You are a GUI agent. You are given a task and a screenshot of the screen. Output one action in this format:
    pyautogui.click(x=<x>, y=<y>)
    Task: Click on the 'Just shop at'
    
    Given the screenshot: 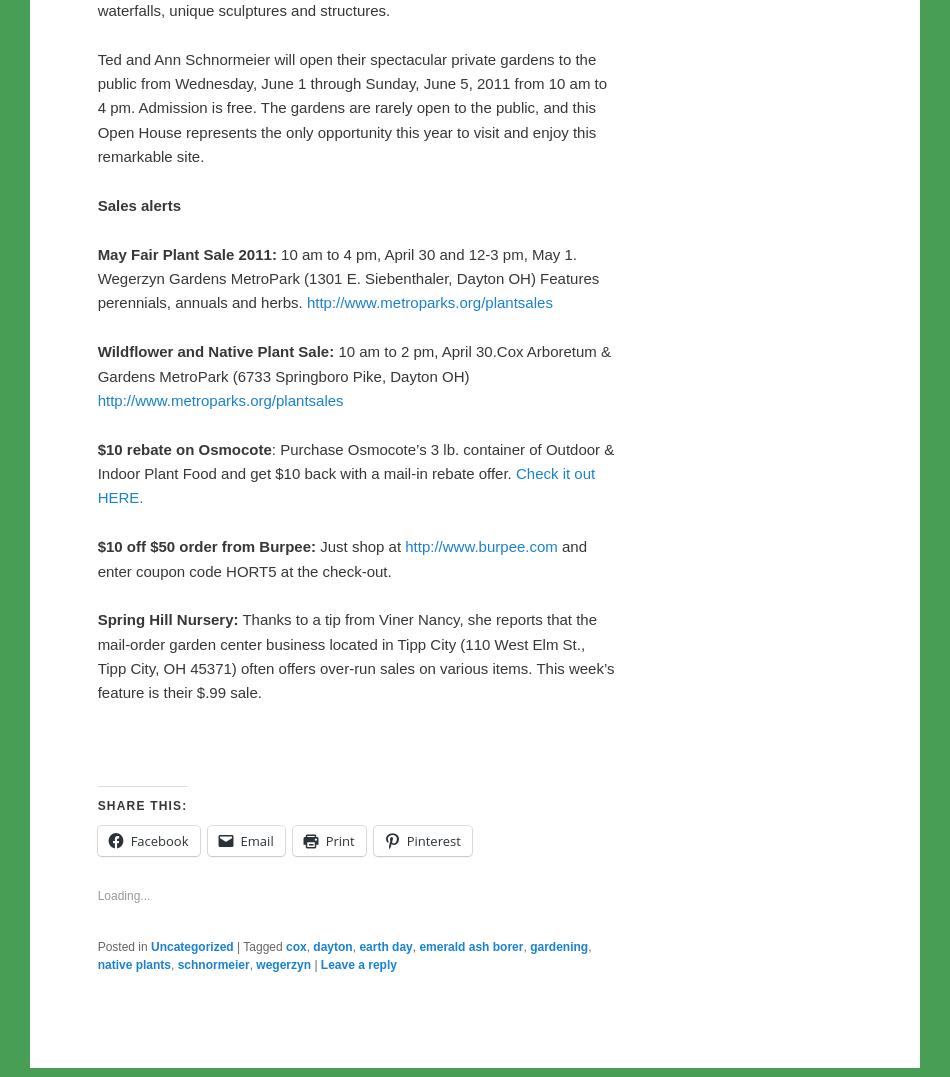 What is the action you would take?
    pyautogui.click(x=314, y=965)
    